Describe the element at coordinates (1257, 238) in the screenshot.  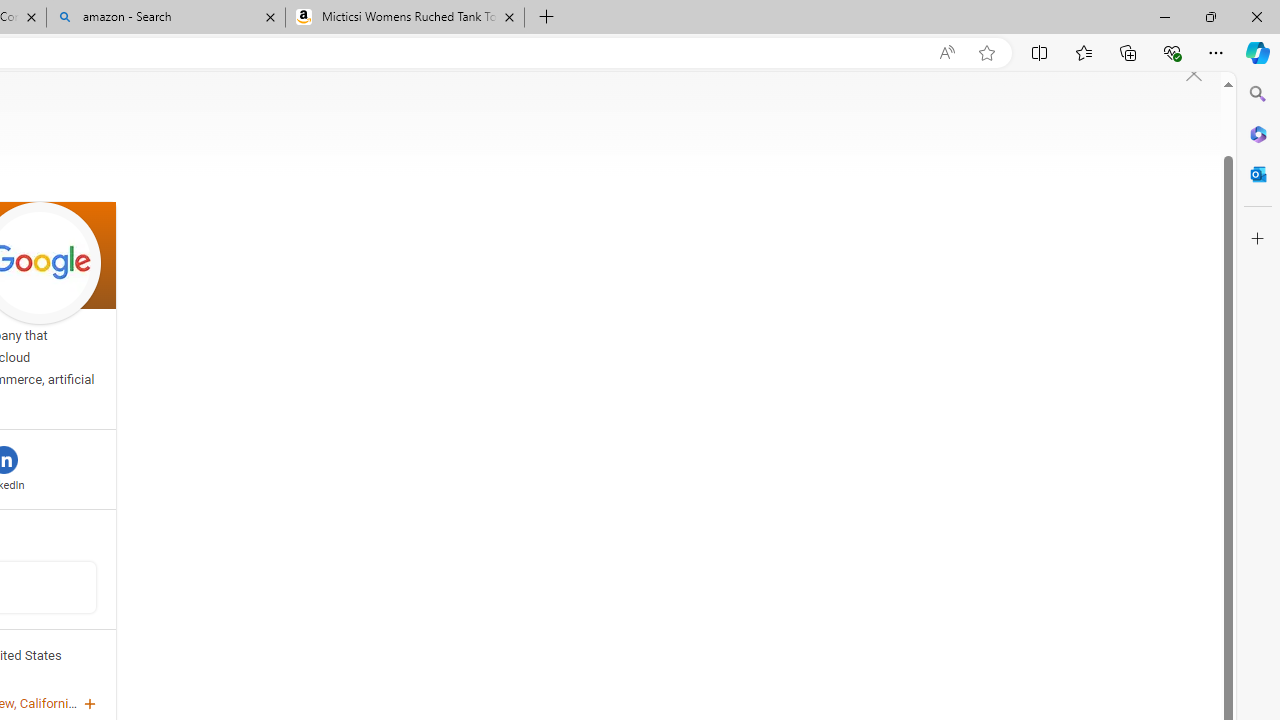
I see `'Customize'` at that location.